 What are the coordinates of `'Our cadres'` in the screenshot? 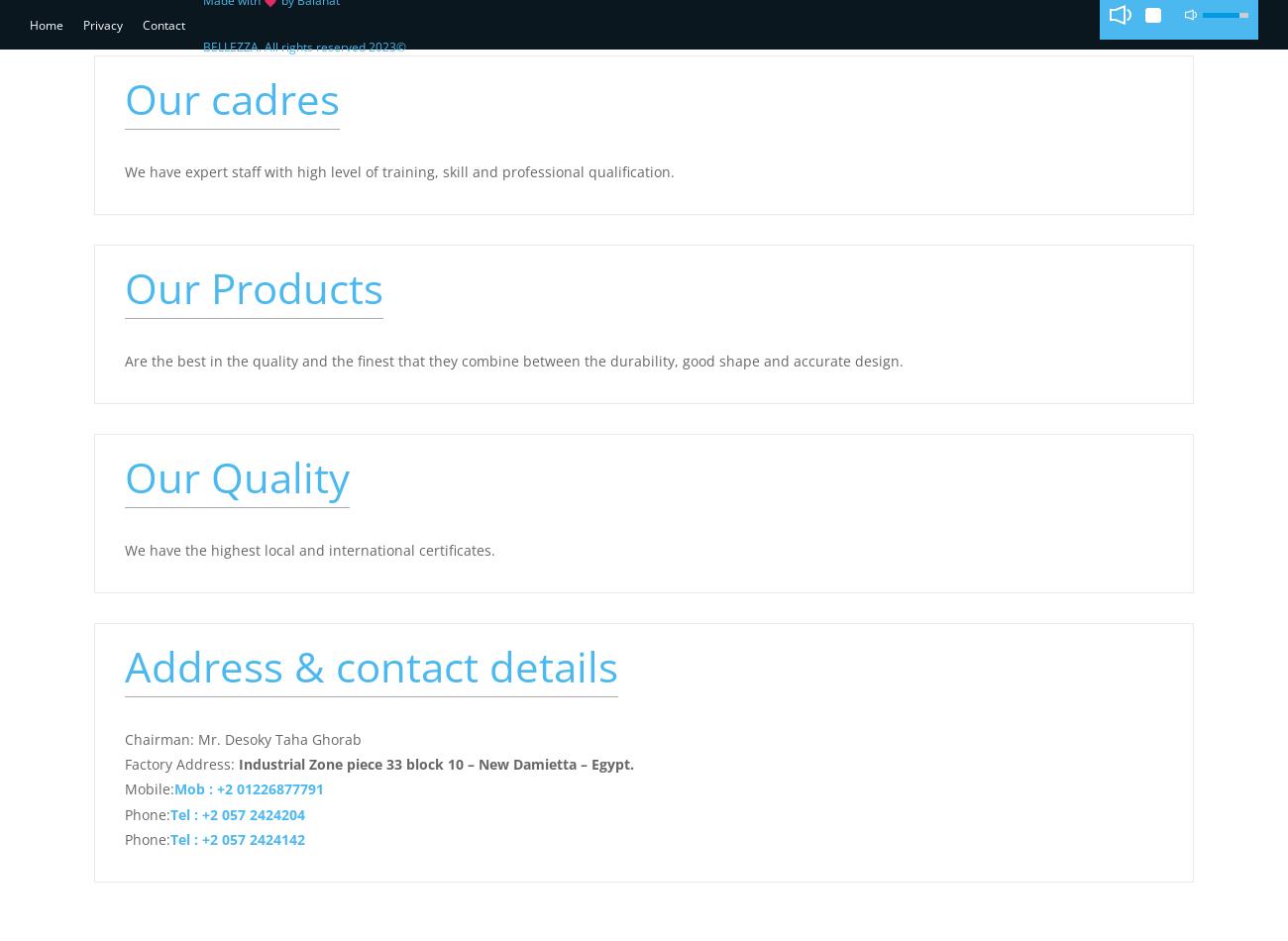 It's located at (231, 97).